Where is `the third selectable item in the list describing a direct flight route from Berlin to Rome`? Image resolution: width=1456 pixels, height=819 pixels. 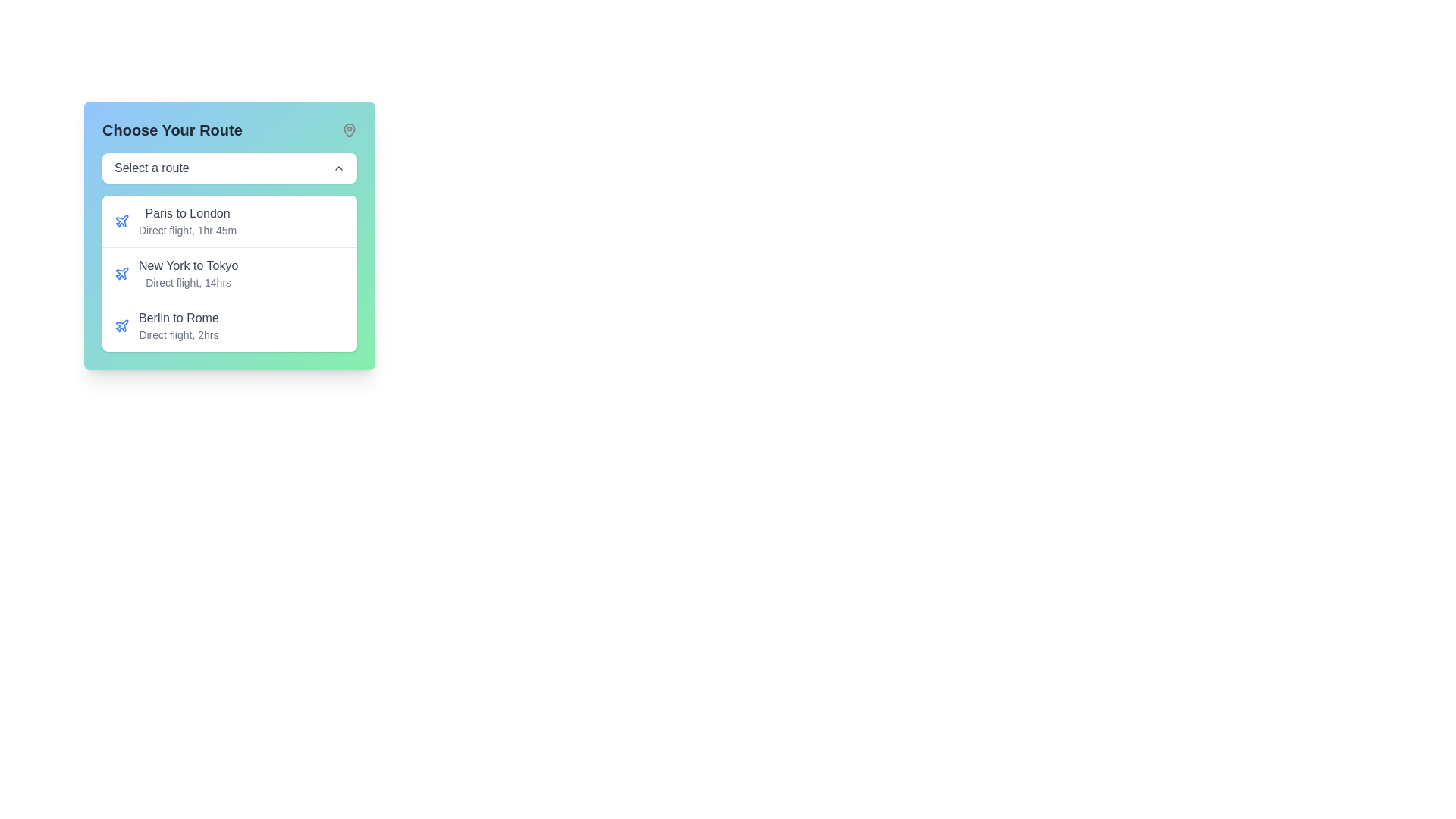
the third selectable item in the list describing a direct flight route from Berlin to Rome is located at coordinates (166, 325).